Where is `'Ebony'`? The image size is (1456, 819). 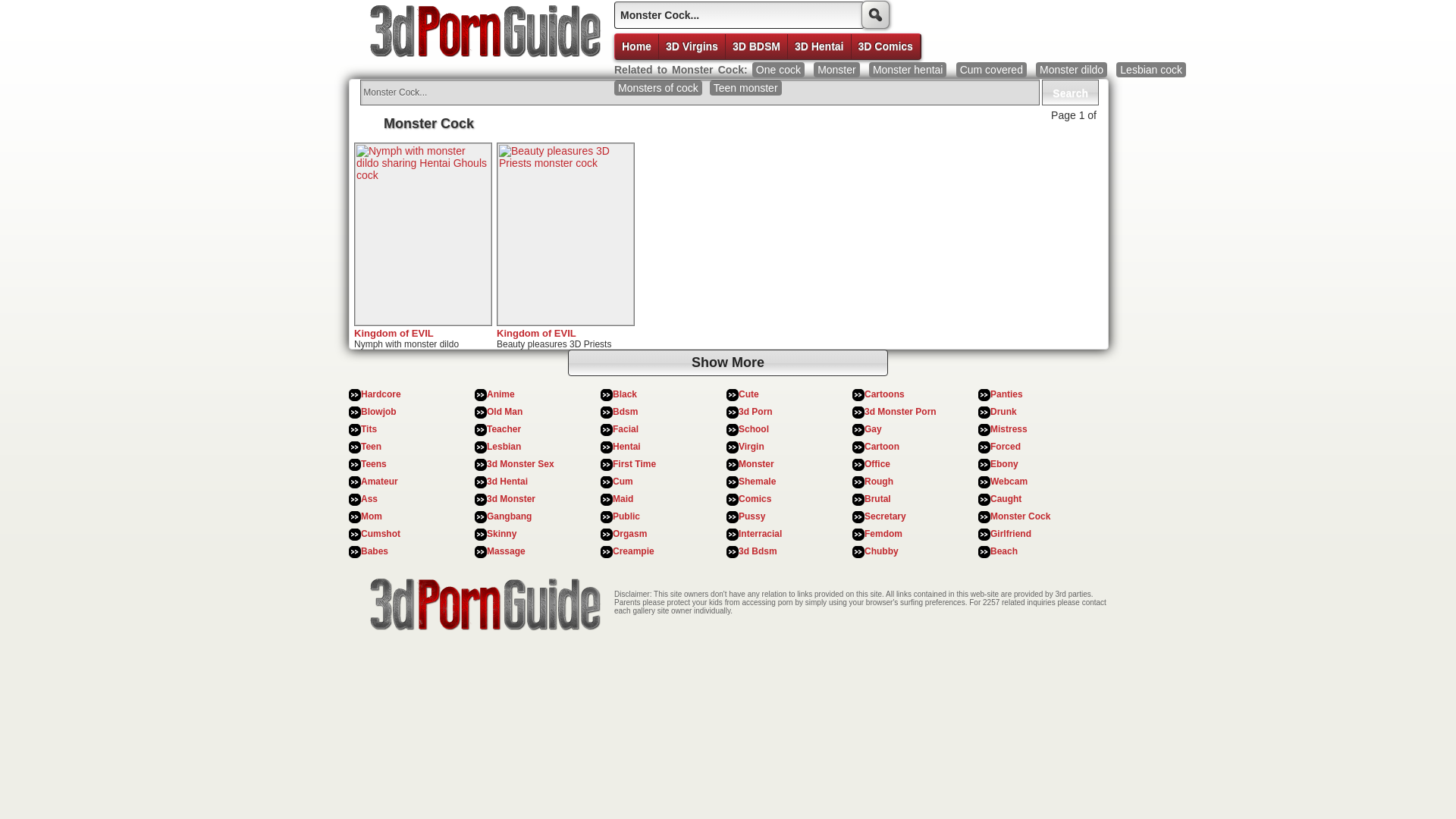
'Ebony' is located at coordinates (1004, 463).